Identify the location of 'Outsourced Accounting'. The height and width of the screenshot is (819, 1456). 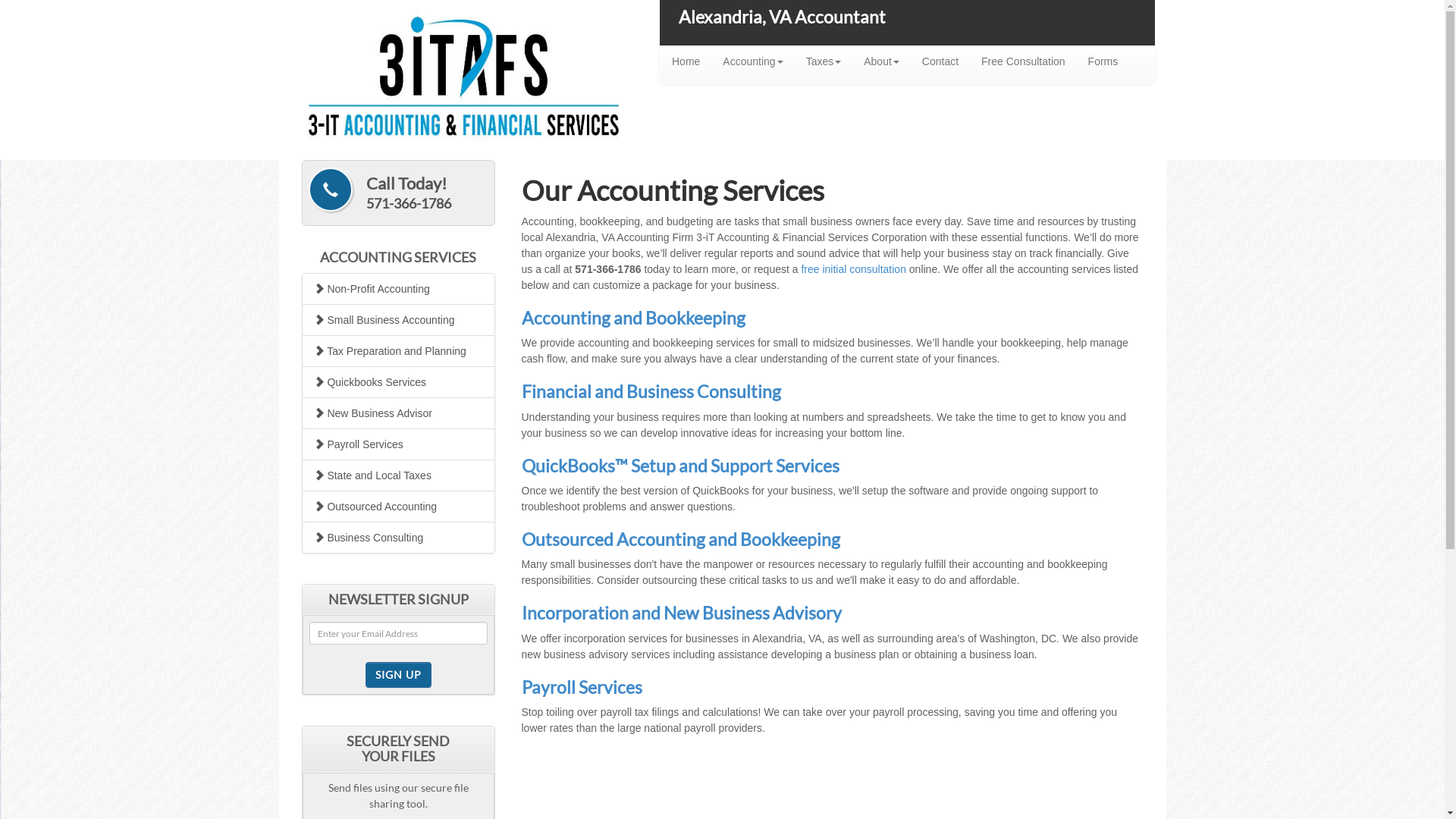
(398, 506).